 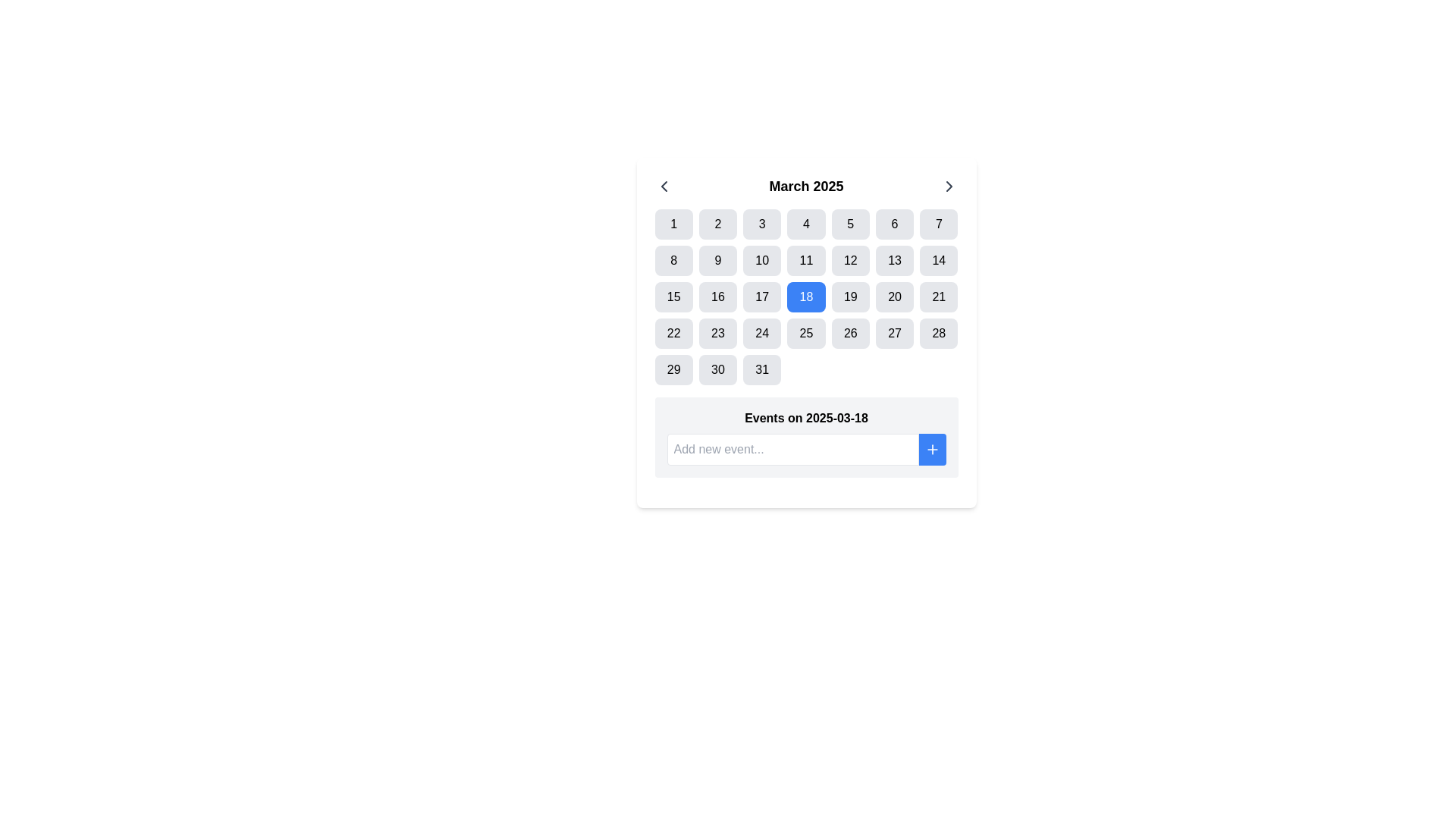 What do you see at coordinates (805, 224) in the screenshot?
I see `the '4' button in the March 2025 calendar` at bounding box center [805, 224].